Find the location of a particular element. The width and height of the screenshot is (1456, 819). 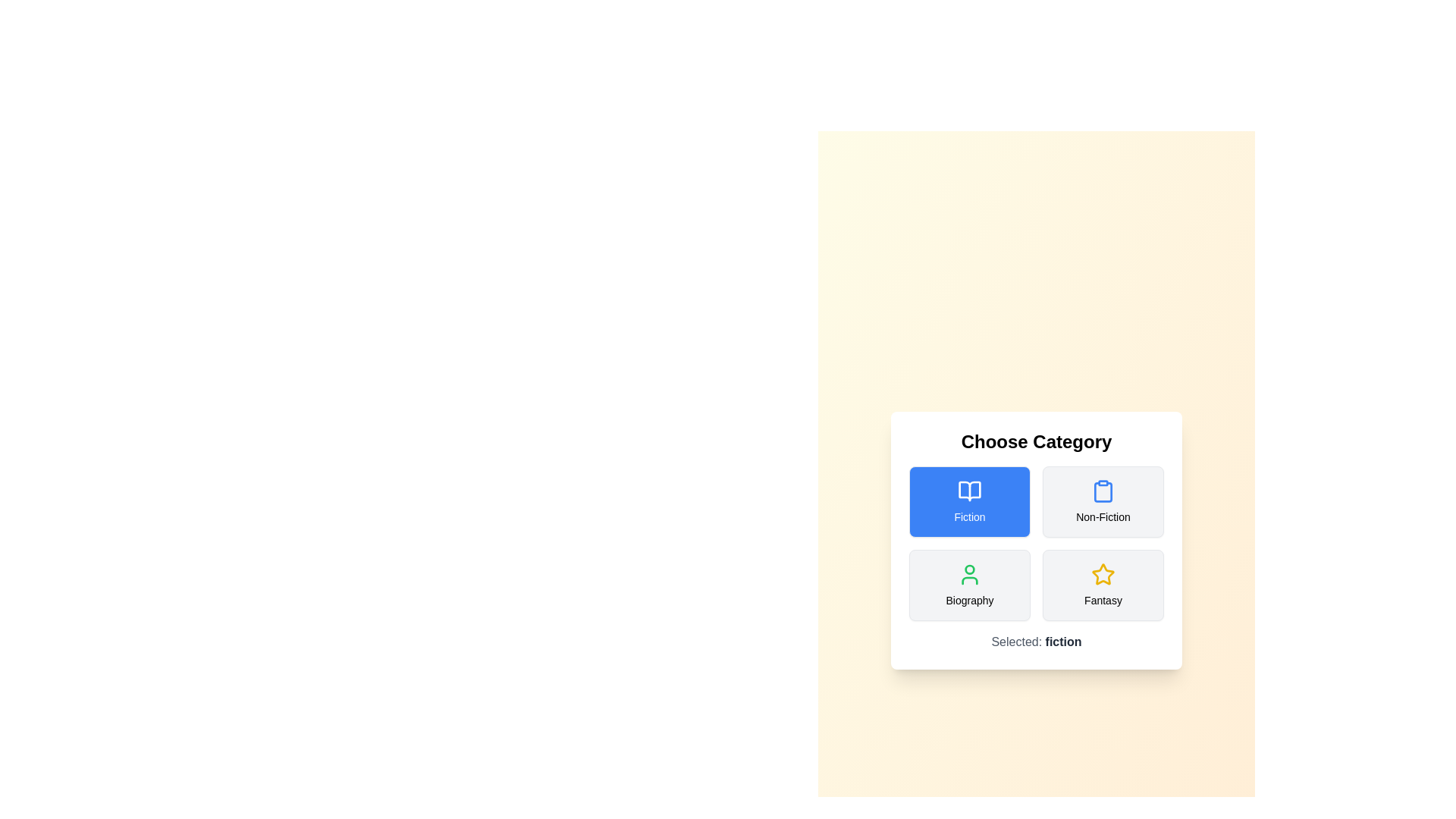

the category Fantasy by clicking its button is located at coordinates (1103, 584).